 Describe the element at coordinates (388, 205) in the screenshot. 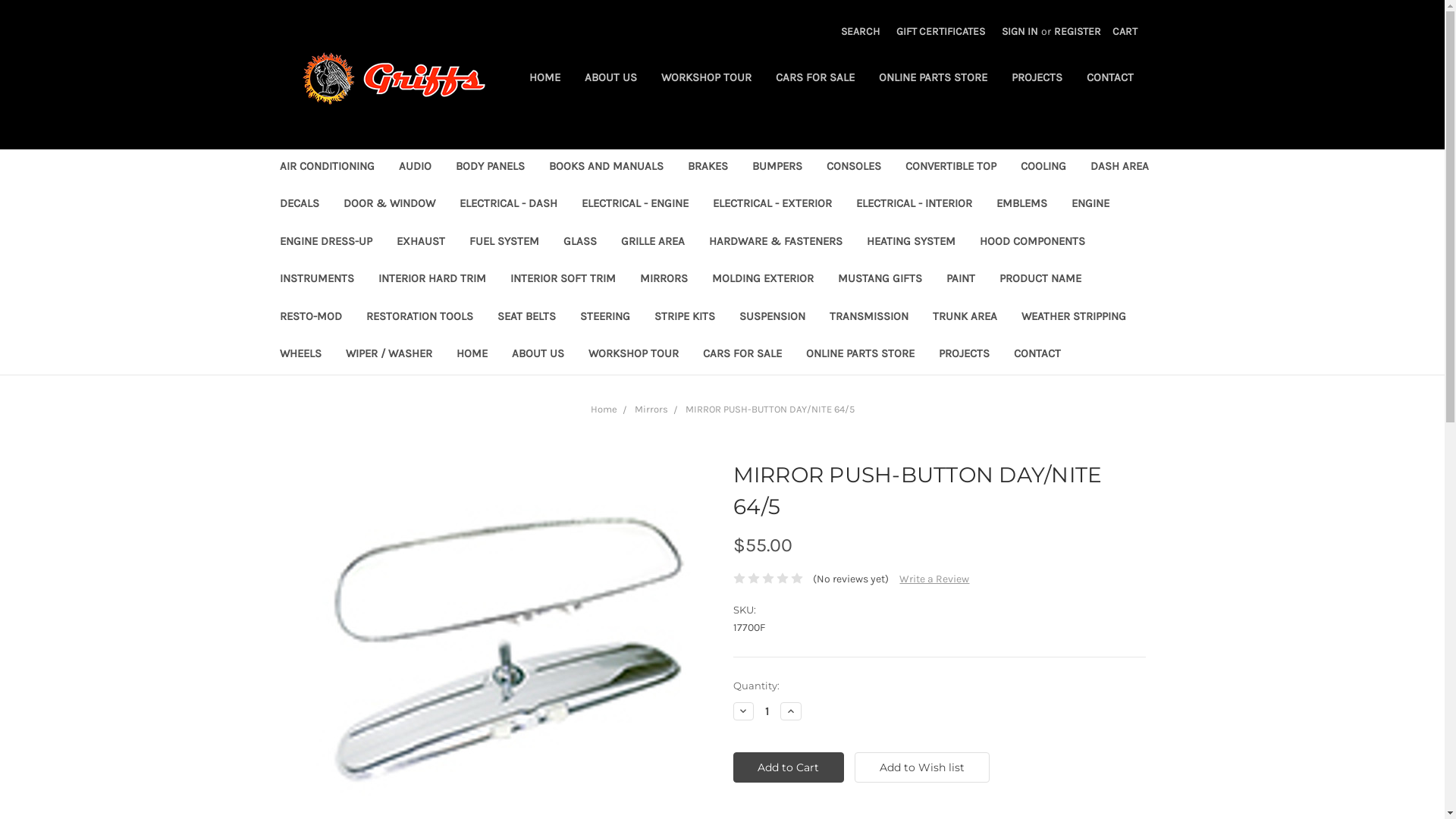

I see `'DOOR & WINDOW'` at that location.